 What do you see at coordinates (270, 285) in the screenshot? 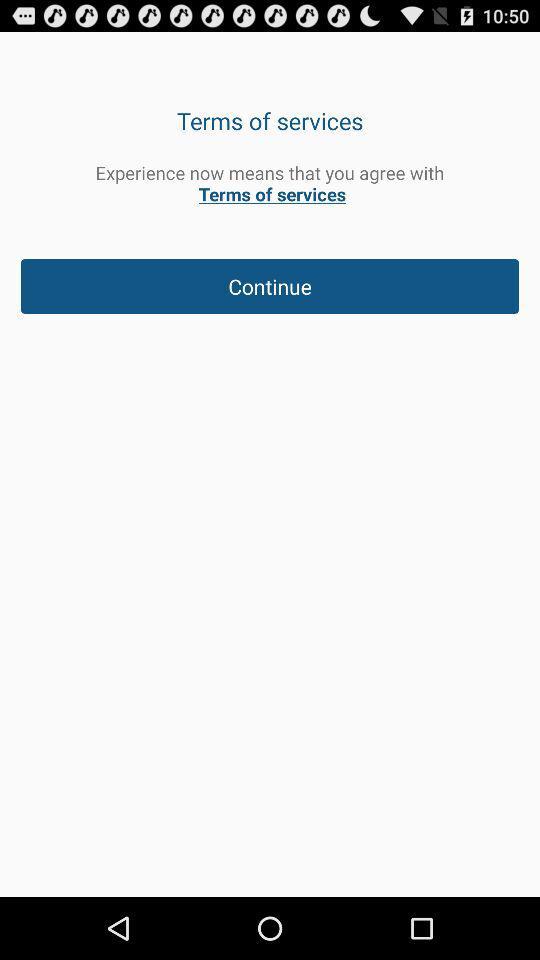
I see `continue icon` at bounding box center [270, 285].